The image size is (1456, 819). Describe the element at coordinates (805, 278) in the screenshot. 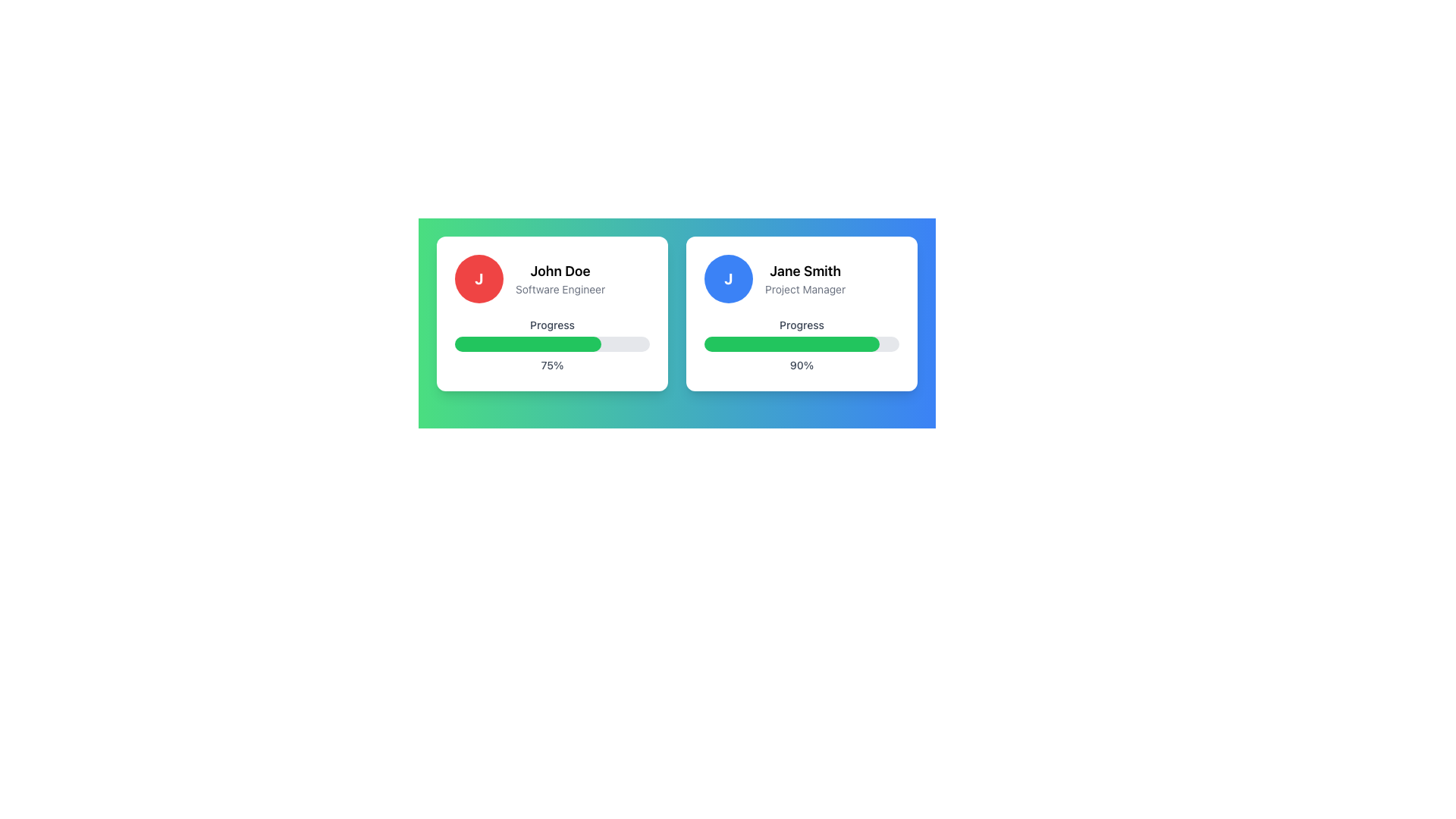

I see `the text label that displays the name and title of a person, located beneath the circular avatar labeled 'J', which is vertically centered within the right card` at that location.